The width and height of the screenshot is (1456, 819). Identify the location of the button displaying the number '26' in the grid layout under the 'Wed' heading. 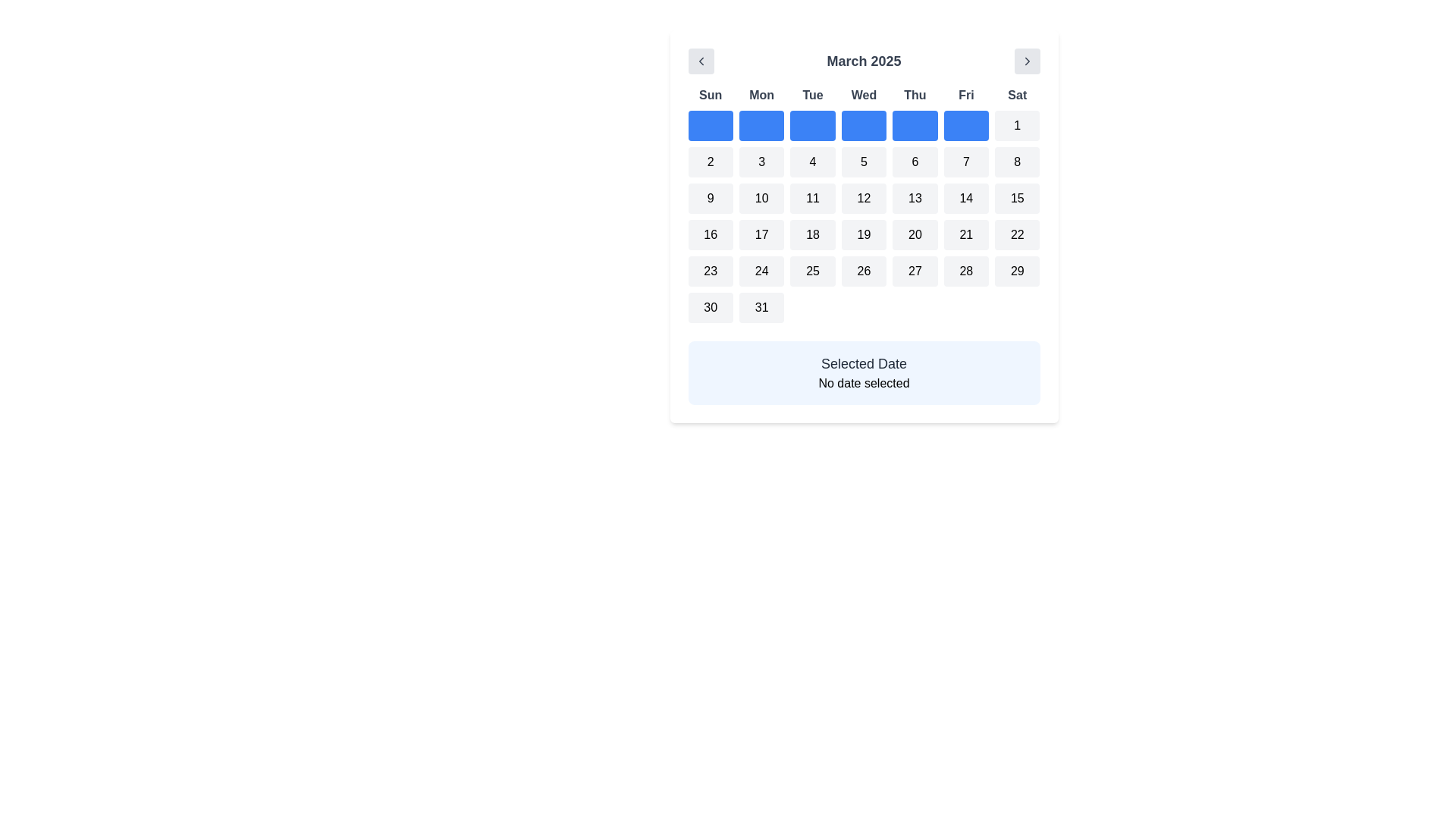
(864, 271).